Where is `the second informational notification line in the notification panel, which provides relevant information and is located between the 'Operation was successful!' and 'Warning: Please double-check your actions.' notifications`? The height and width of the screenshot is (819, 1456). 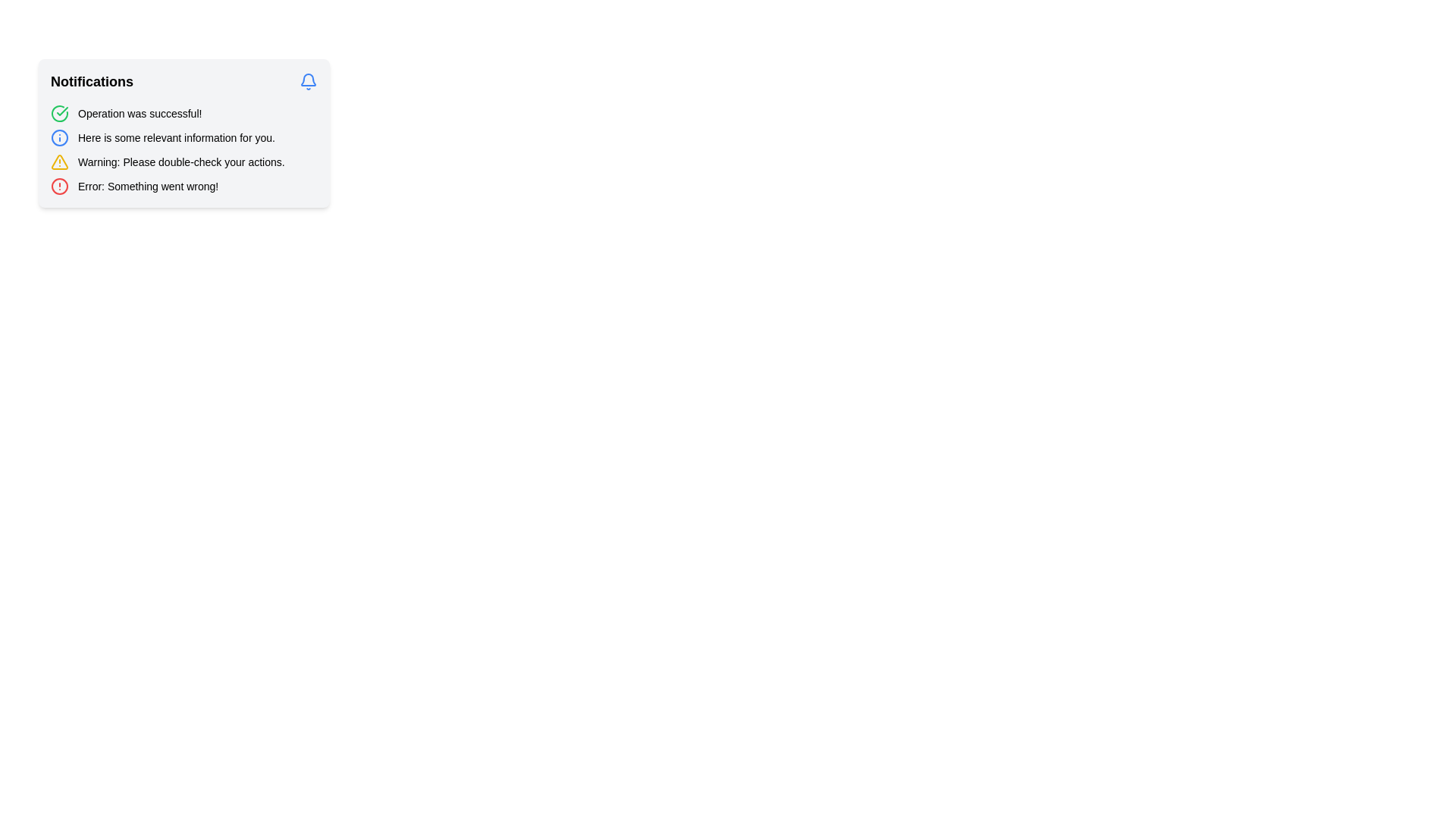 the second informational notification line in the notification panel, which provides relevant information and is located between the 'Operation was successful!' and 'Warning: Please double-check your actions.' notifications is located at coordinates (184, 137).